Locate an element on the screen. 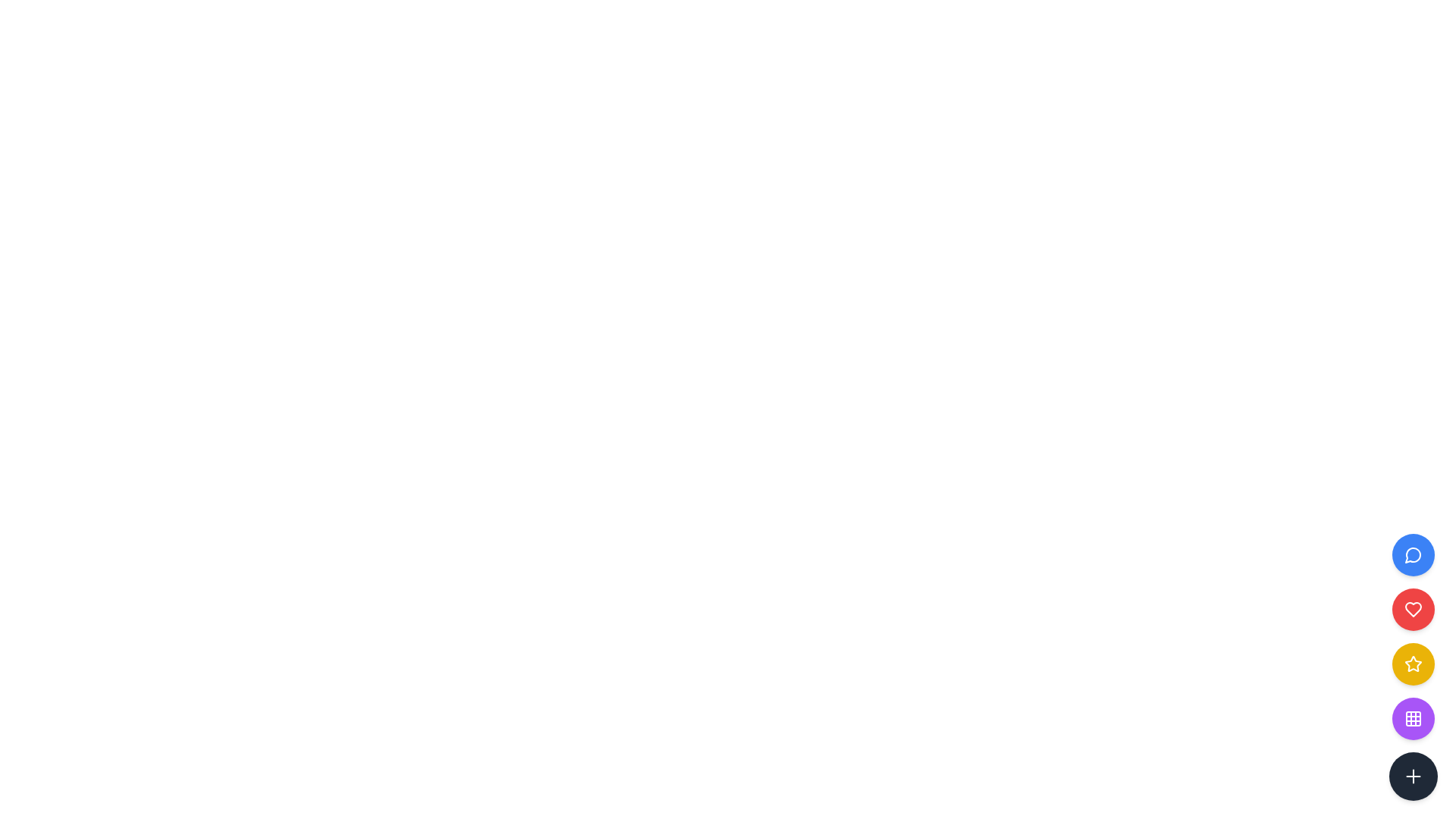 Image resolution: width=1456 pixels, height=819 pixels. the close or cancellation icon located at the bottom-right corner of the interface, which is part of a black circular button with stacked buttons above it, if it is interactive is located at coordinates (1412, 775).